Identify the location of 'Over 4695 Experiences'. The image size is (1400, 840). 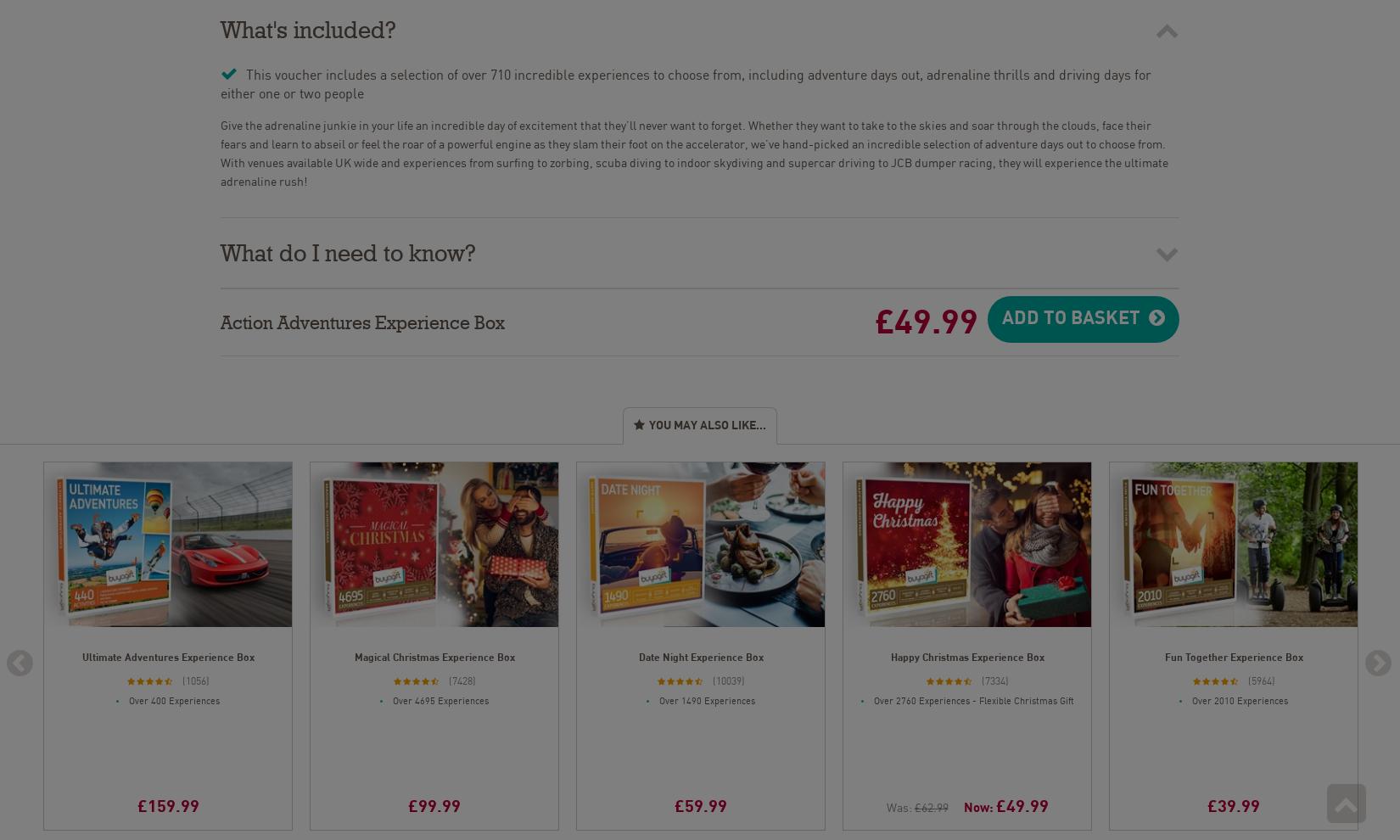
(440, 696).